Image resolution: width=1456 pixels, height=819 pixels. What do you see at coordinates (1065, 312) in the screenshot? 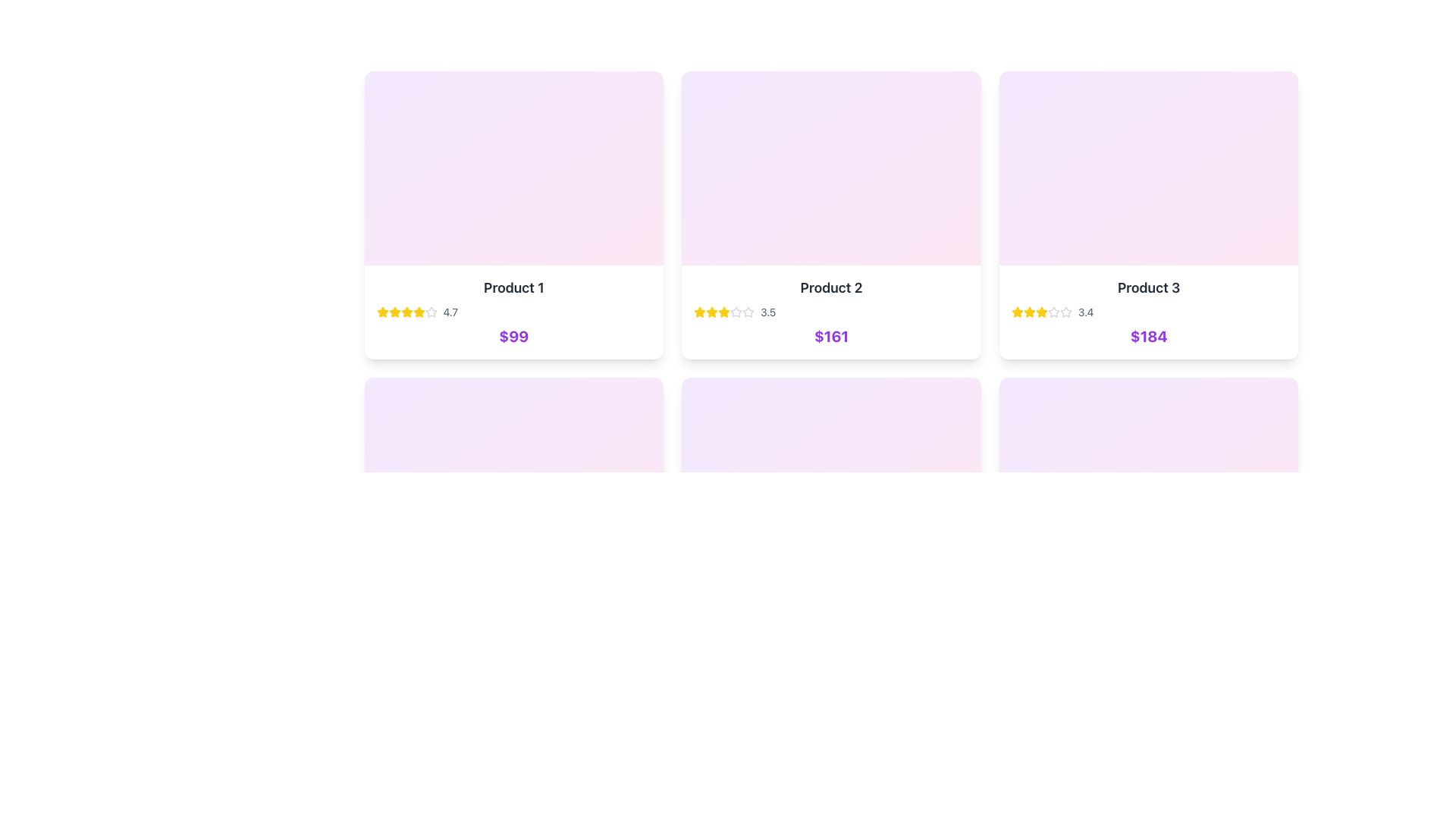
I see `the fifth outlined star icon in the rating section of the third product card, which is empty and located to the left of the text '3.4'` at bounding box center [1065, 312].